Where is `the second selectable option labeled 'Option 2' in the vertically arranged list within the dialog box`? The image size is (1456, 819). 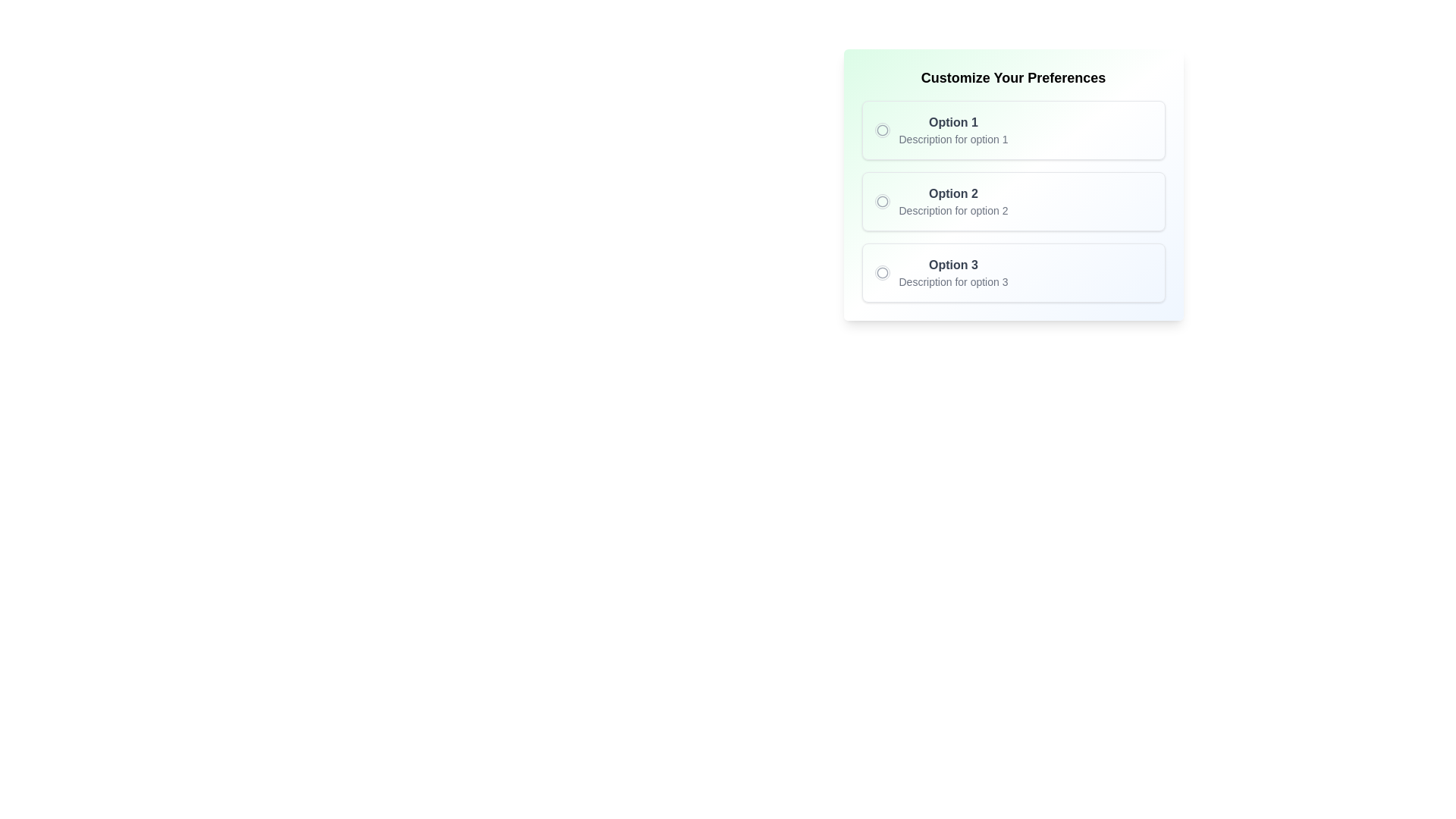 the second selectable option labeled 'Option 2' in the vertically arranged list within the dialog box is located at coordinates (1013, 184).